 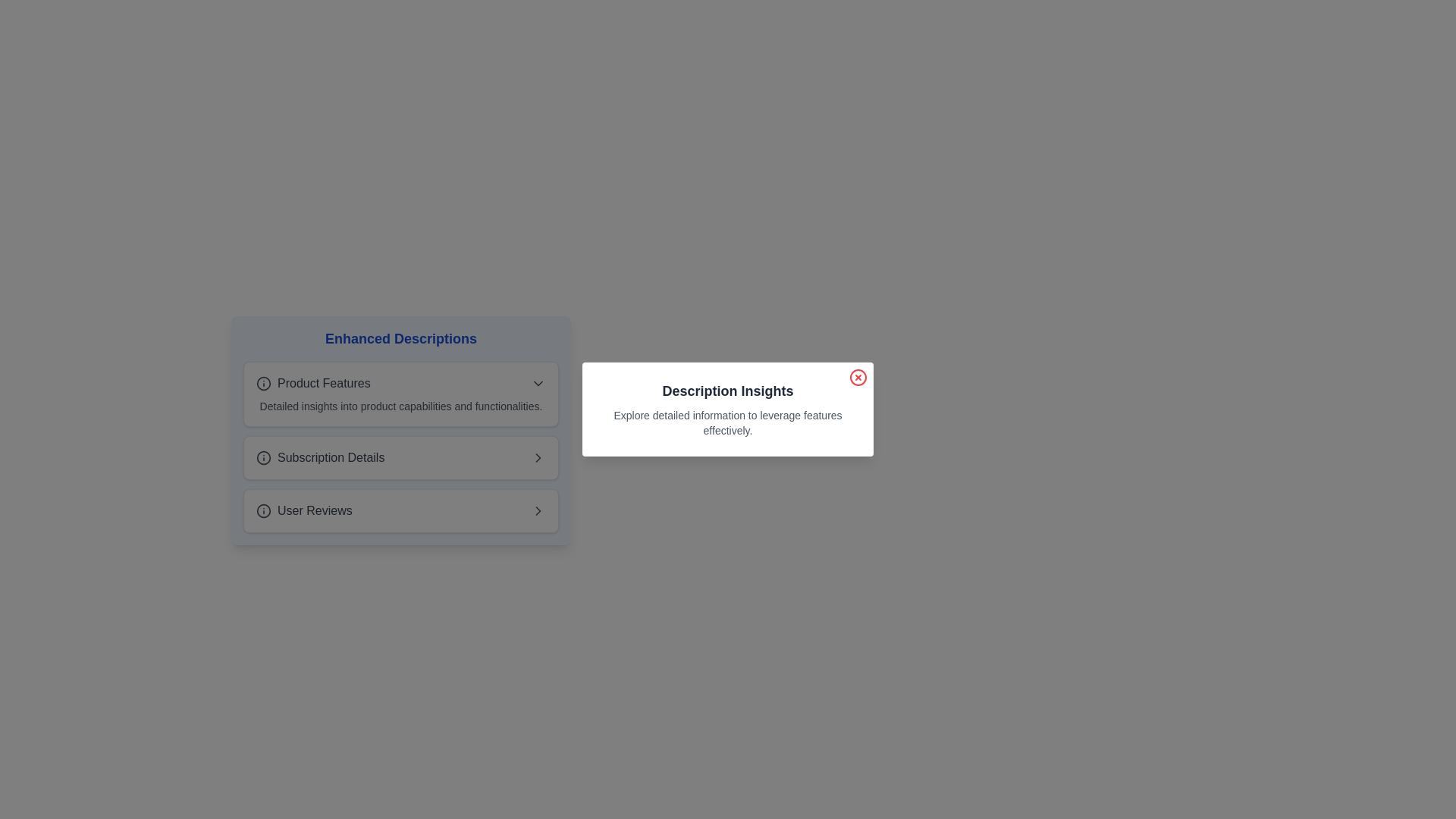 I want to click on the right-pointing arrow icon within the 'Subscription Details' button, so click(x=538, y=457).